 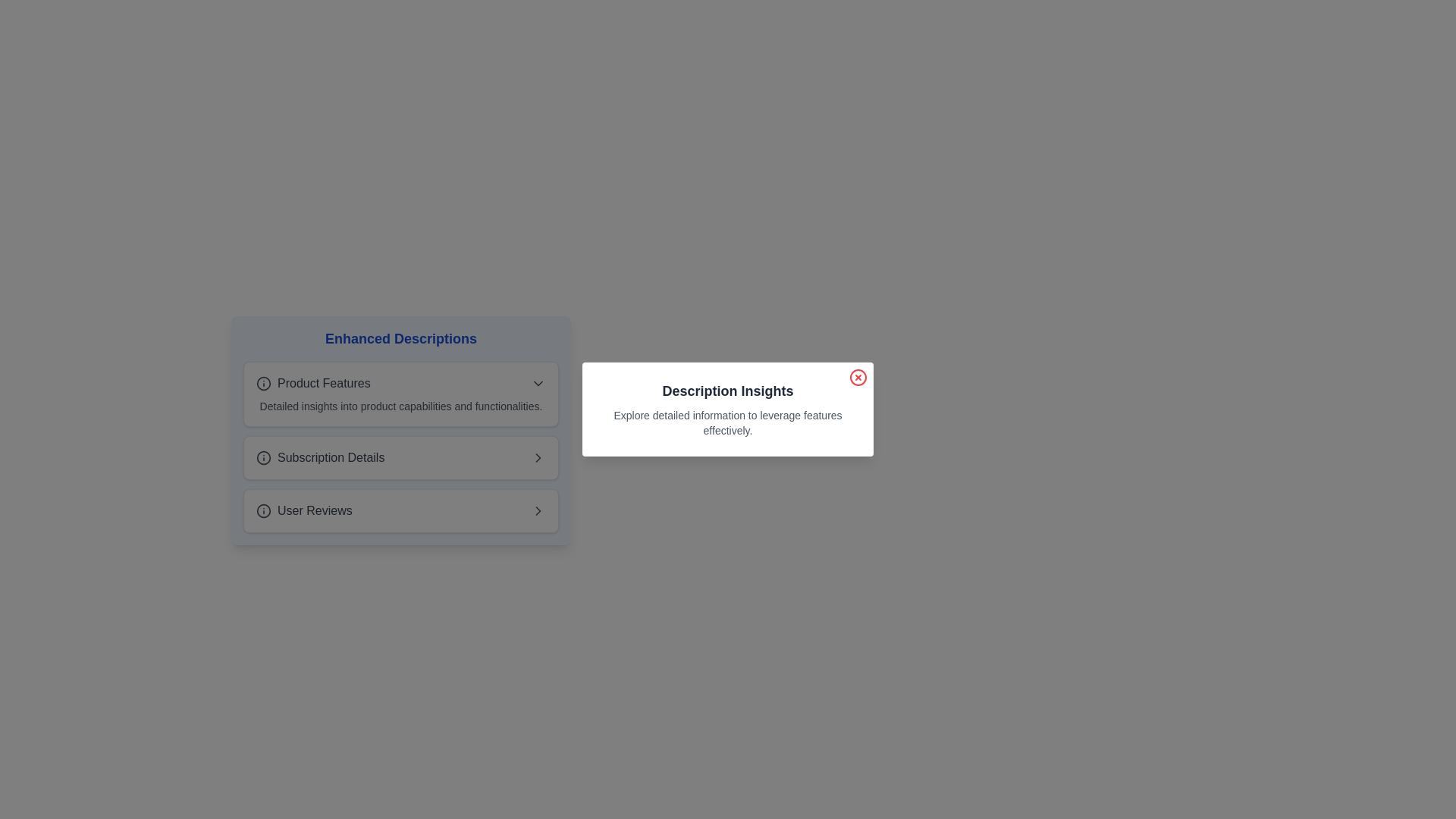 I want to click on the right-pointing arrow icon within the 'Subscription Details' button, so click(x=538, y=457).